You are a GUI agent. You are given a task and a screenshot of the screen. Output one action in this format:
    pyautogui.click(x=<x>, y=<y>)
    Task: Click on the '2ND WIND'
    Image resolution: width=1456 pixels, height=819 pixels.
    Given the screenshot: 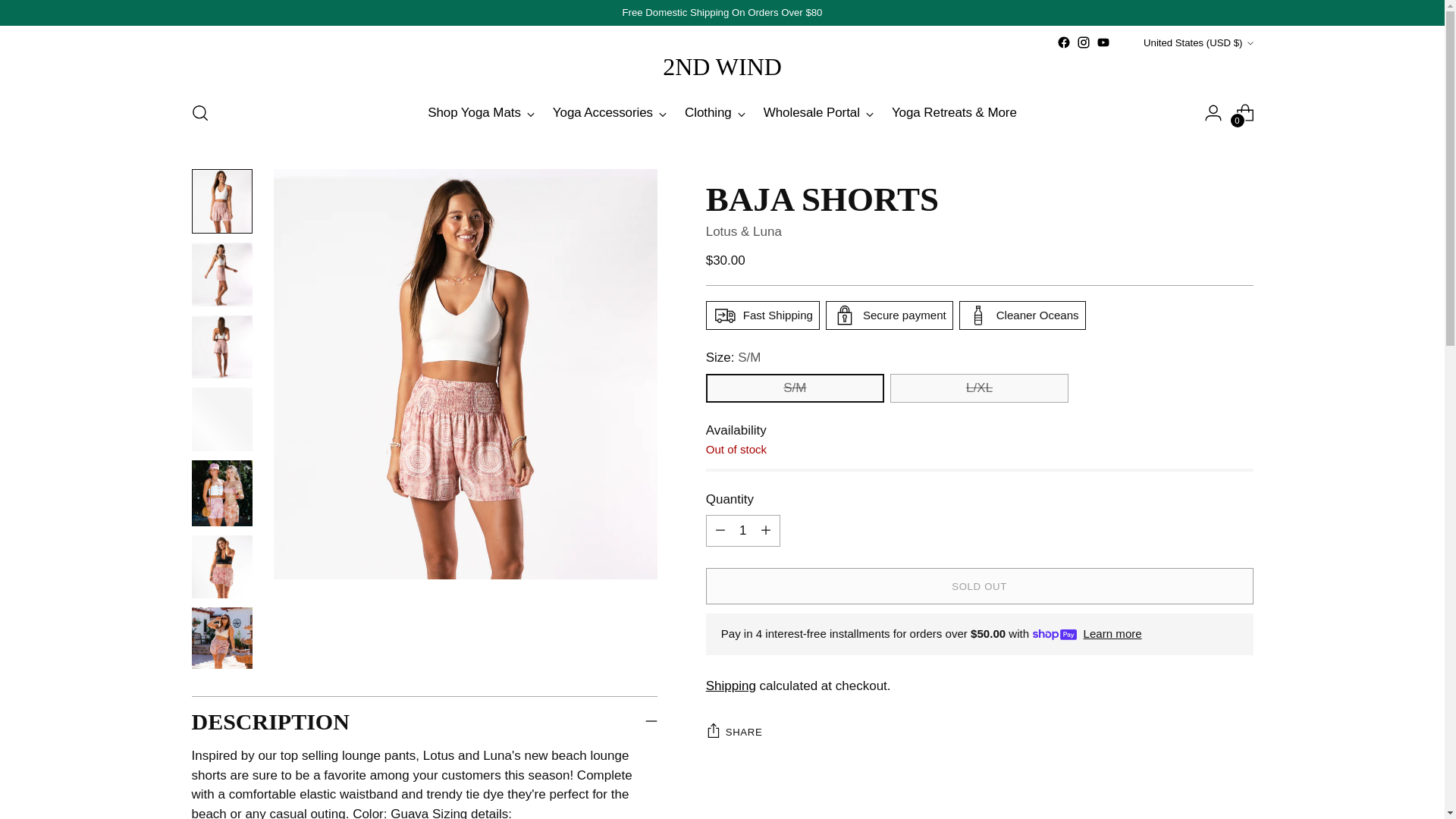 What is the action you would take?
    pyautogui.click(x=721, y=66)
    